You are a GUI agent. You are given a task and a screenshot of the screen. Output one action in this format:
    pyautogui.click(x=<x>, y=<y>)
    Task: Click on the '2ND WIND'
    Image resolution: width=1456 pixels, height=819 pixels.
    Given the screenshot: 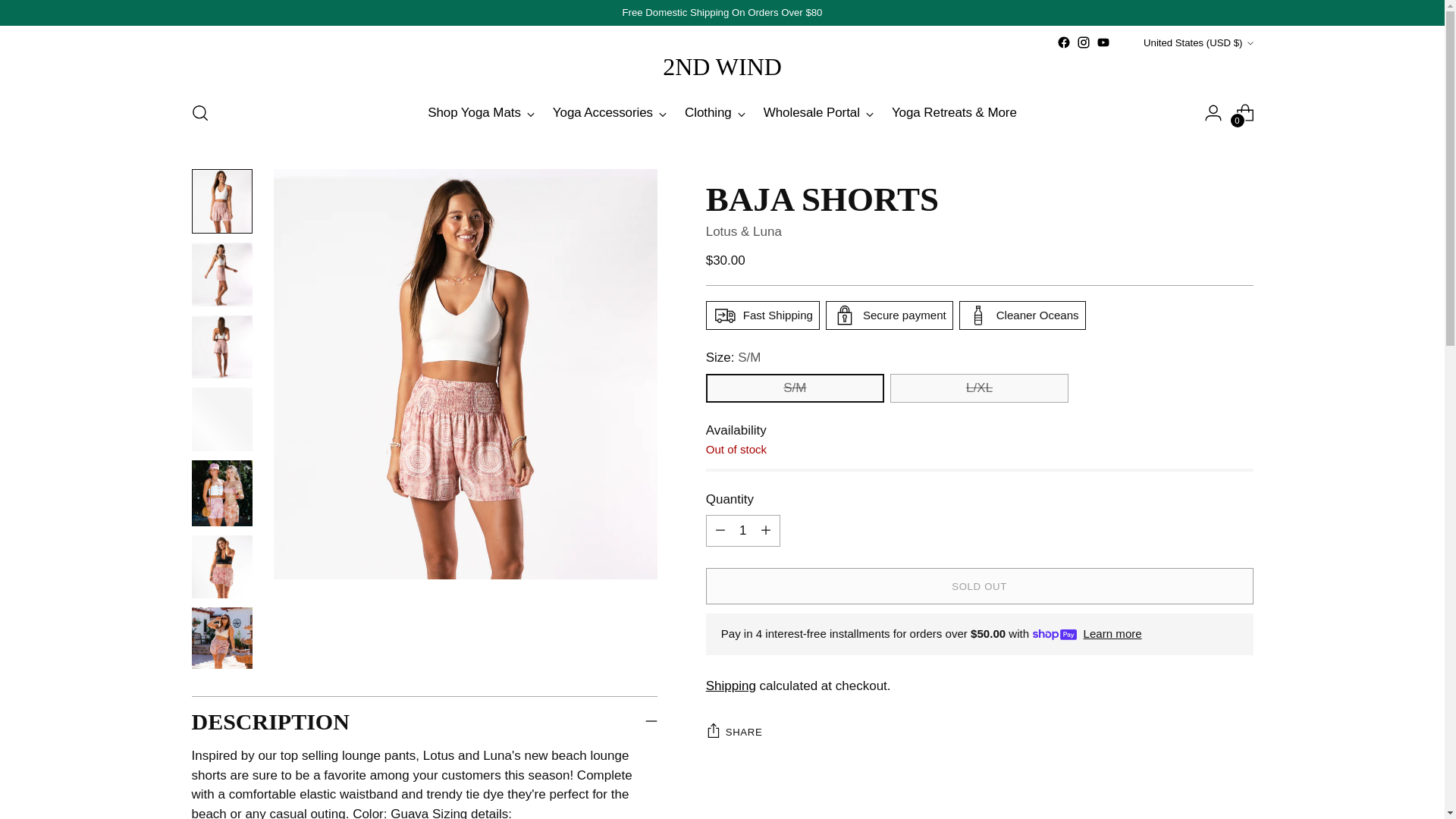 What is the action you would take?
    pyautogui.click(x=721, y=66)
    